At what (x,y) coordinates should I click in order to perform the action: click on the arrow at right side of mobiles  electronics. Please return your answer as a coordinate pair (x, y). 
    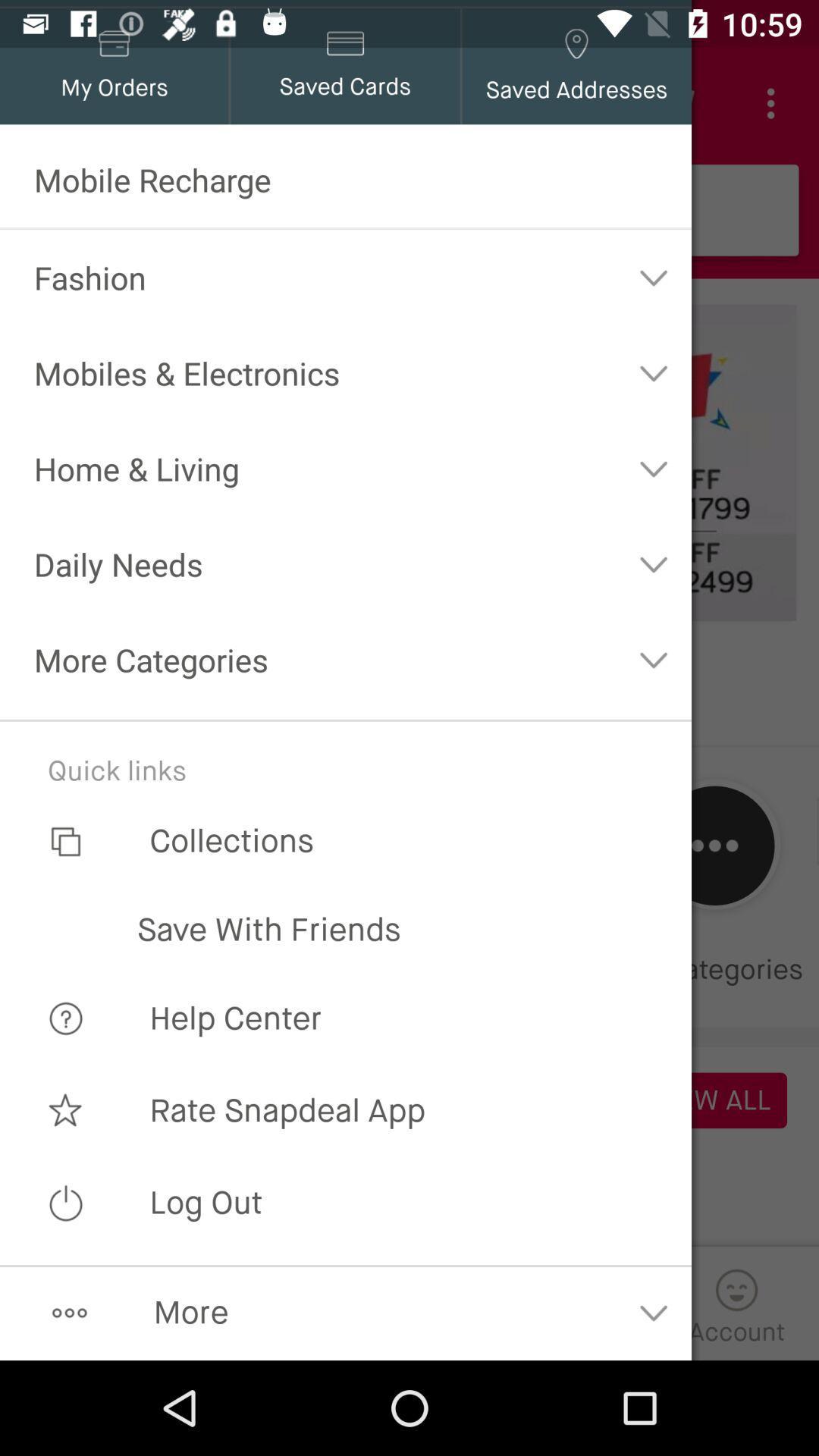
    Looking at the image, I should click on (653, 372).